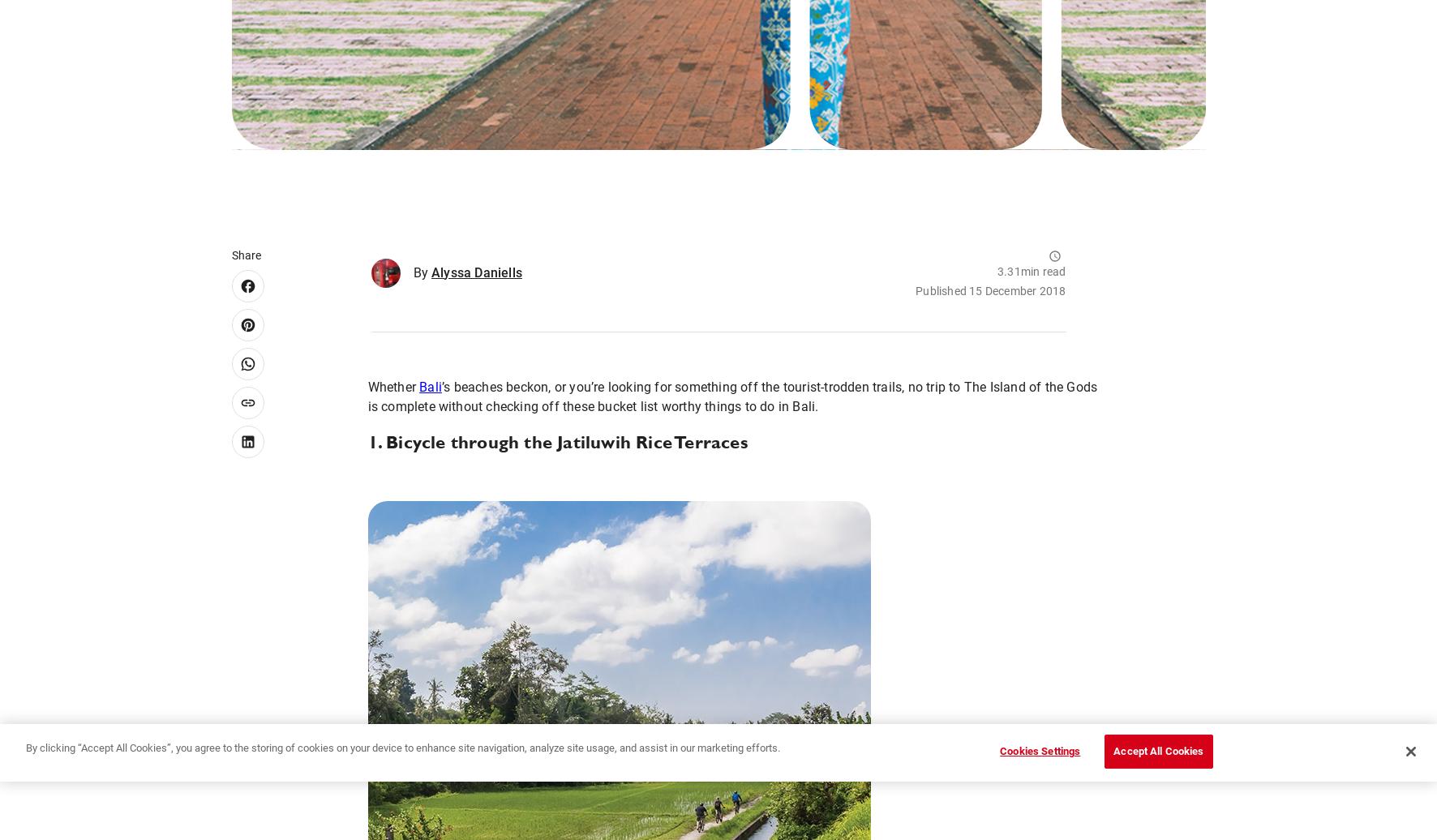  I want to click on '3.31min read', so click(1031, 271).